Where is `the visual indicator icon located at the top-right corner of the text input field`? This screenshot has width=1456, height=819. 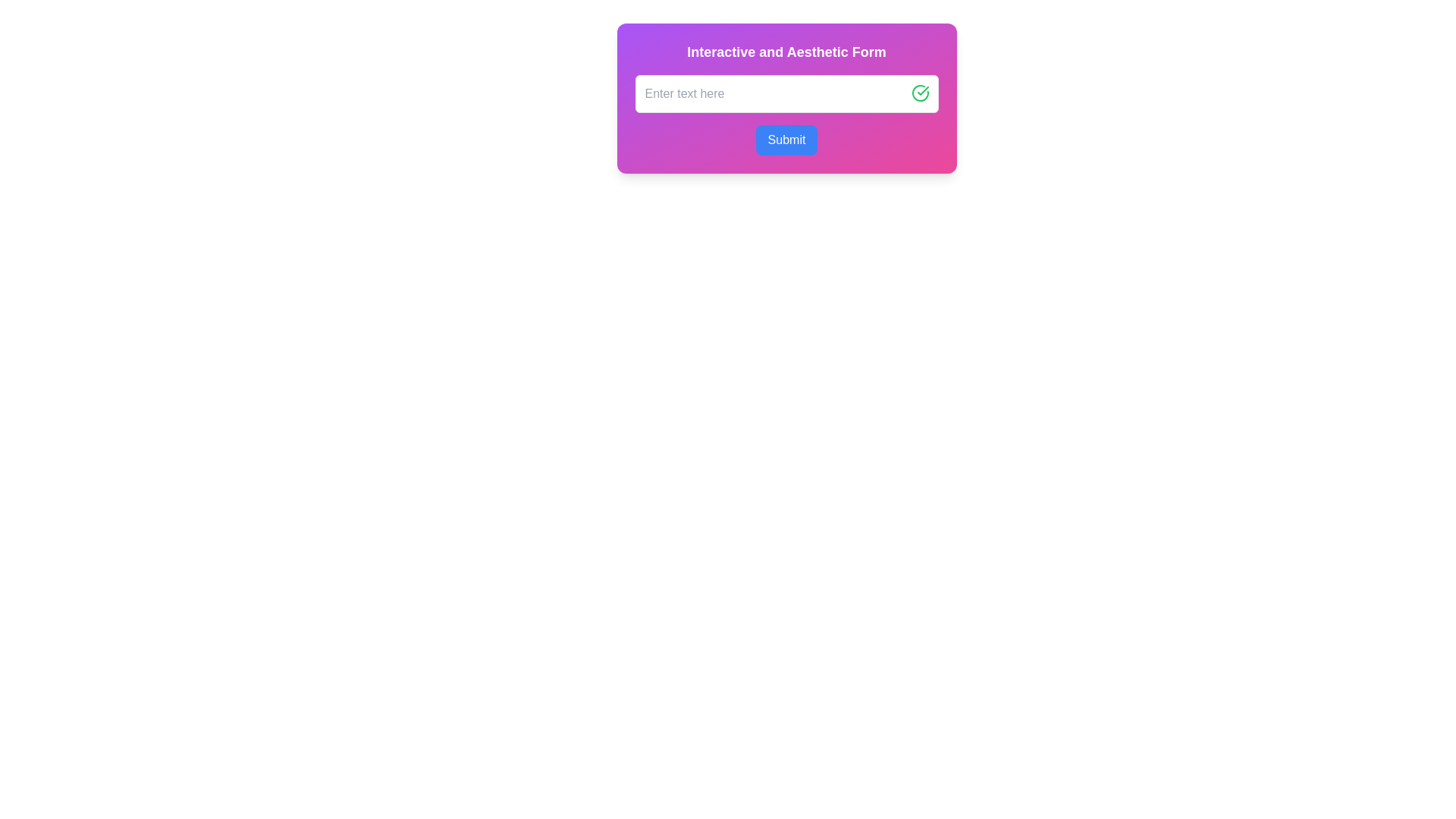 the visual indicator icon located at the top-right corner of the text input field is located at coordinates (919, 93).